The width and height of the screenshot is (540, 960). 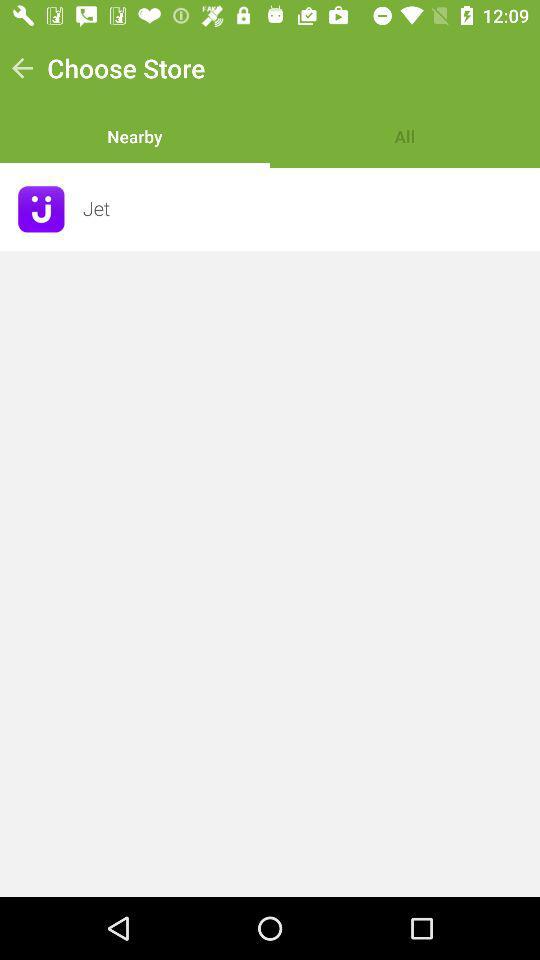 I want to click on icon above nearby icon, so click(x=126, y=68).